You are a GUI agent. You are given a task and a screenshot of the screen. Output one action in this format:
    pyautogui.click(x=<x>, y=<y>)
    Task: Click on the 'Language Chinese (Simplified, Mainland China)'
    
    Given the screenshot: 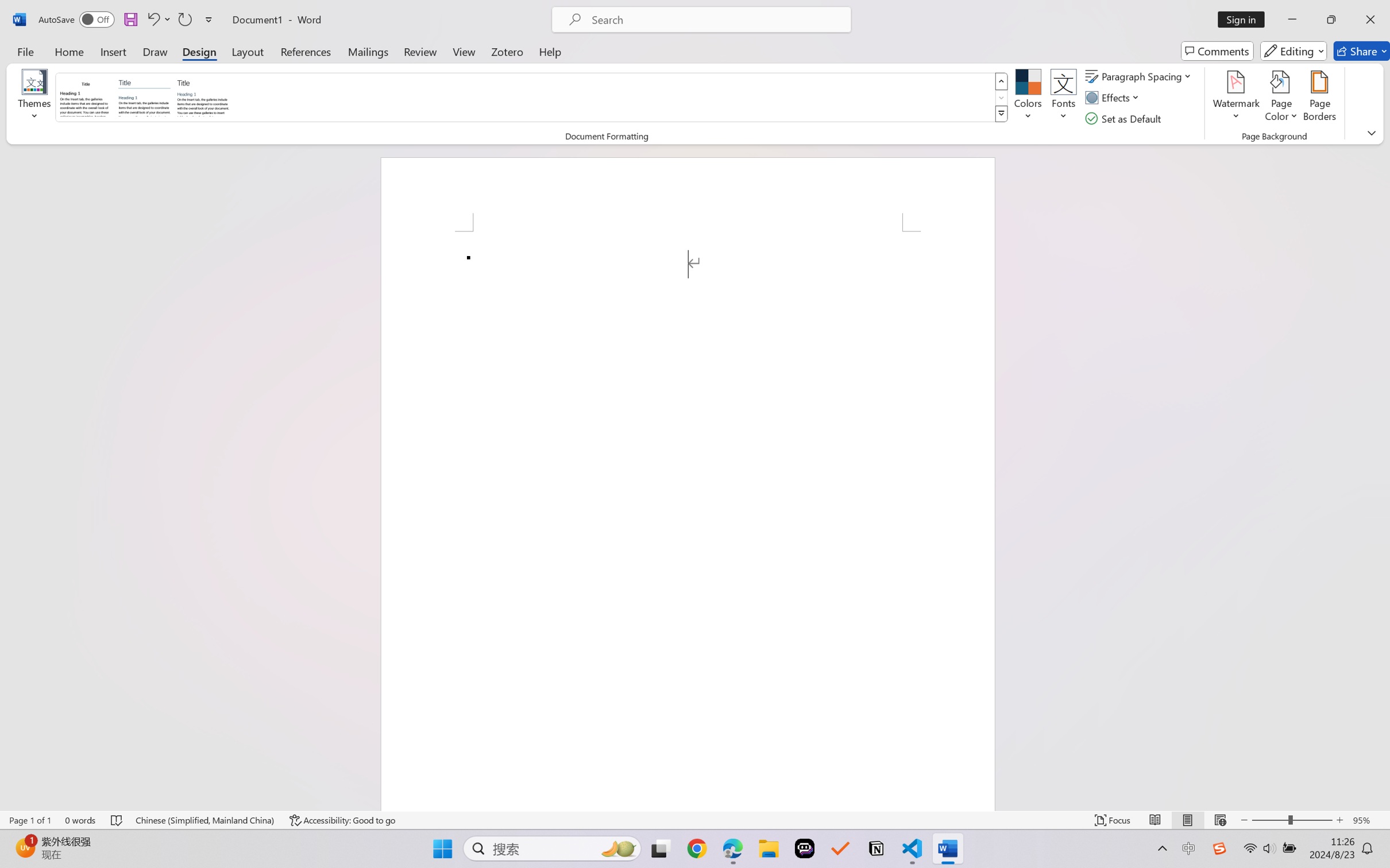 What is the action you would take?
    pyautogui.click(x=204, y=820)
    